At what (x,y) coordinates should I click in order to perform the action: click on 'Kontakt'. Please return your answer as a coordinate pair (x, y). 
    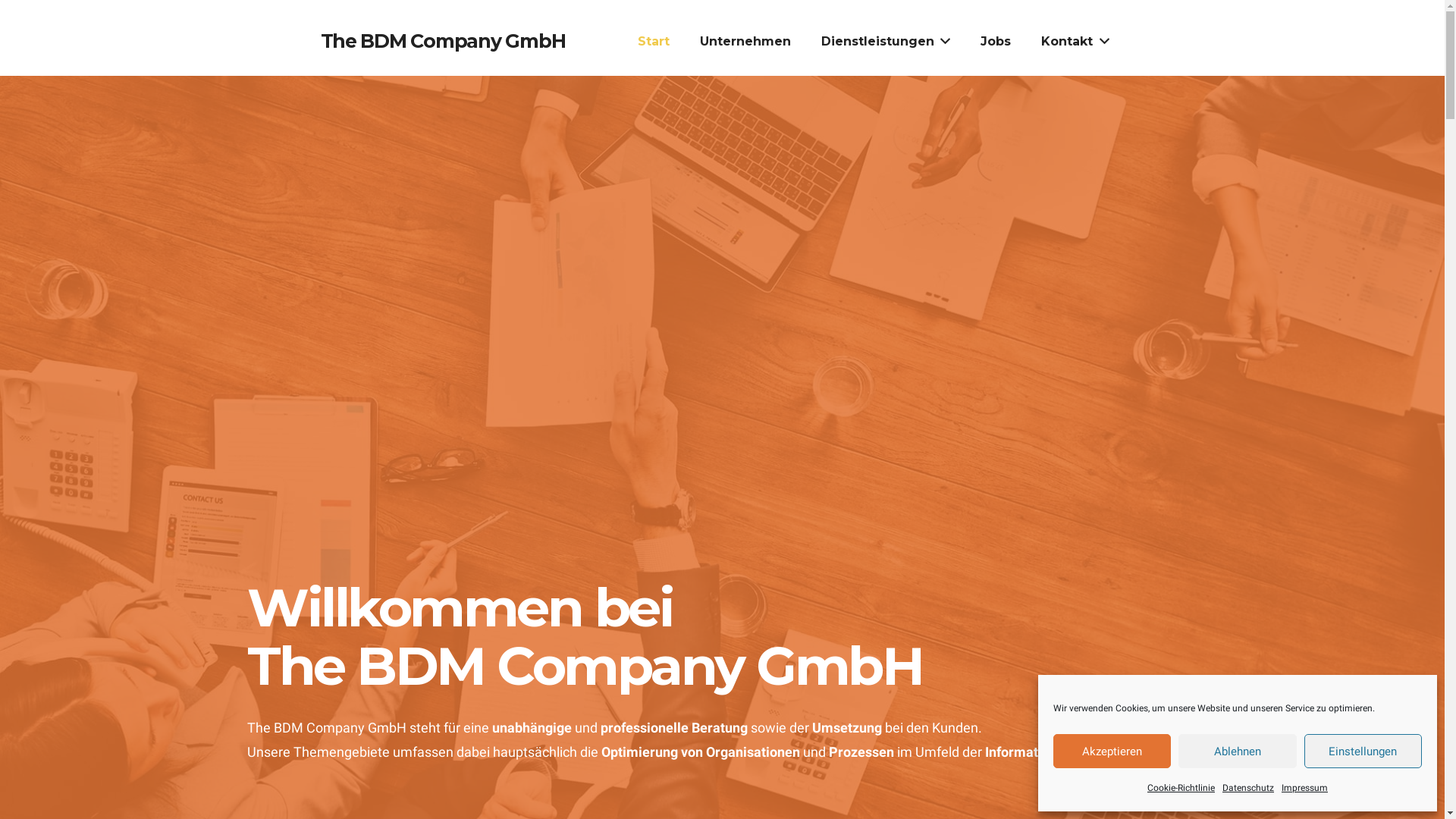
    Looking at the image, I should click on (1074, 40).